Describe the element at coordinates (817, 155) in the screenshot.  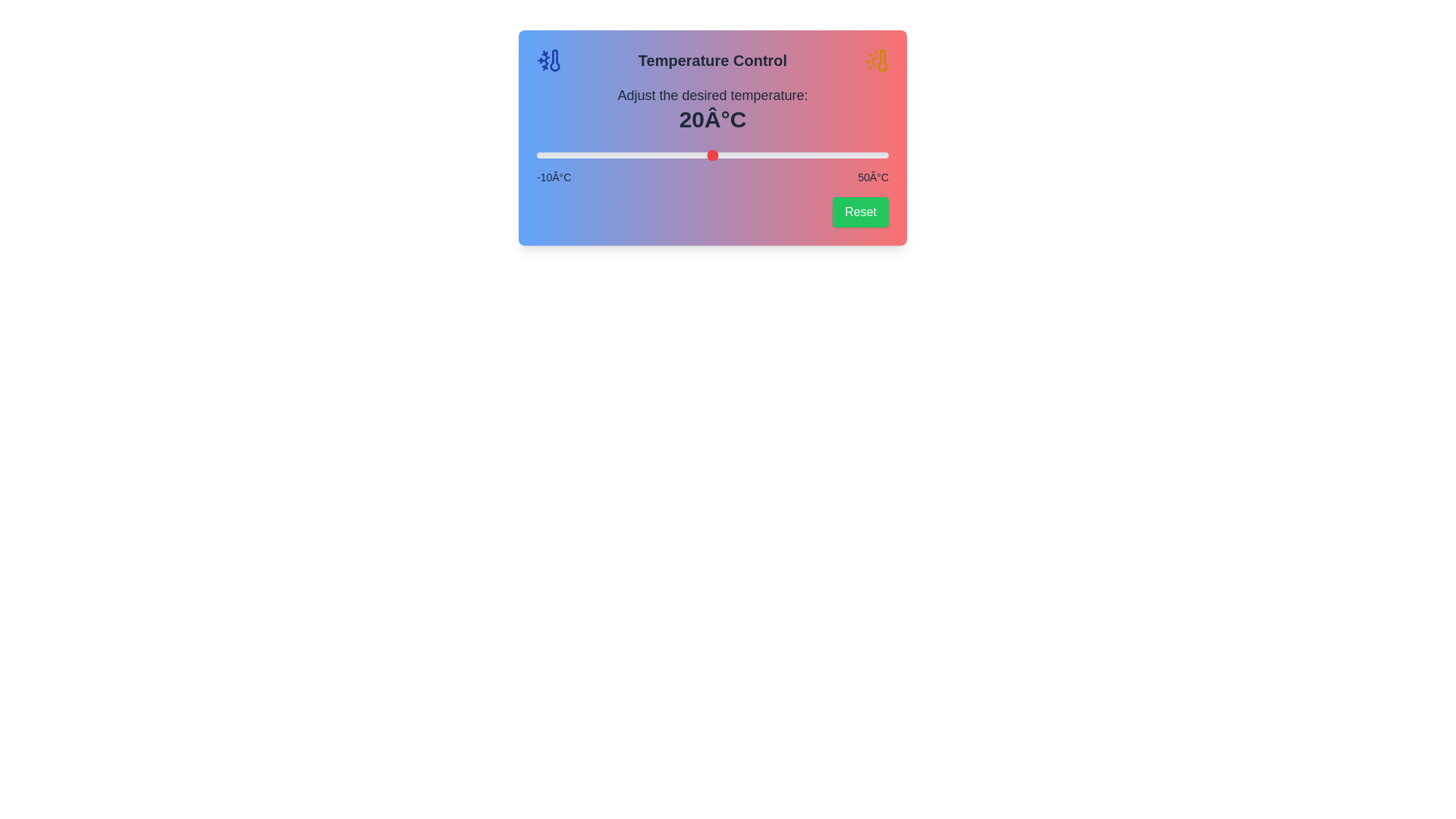
I see `the slider to set the temperature to 38°C` at that location.